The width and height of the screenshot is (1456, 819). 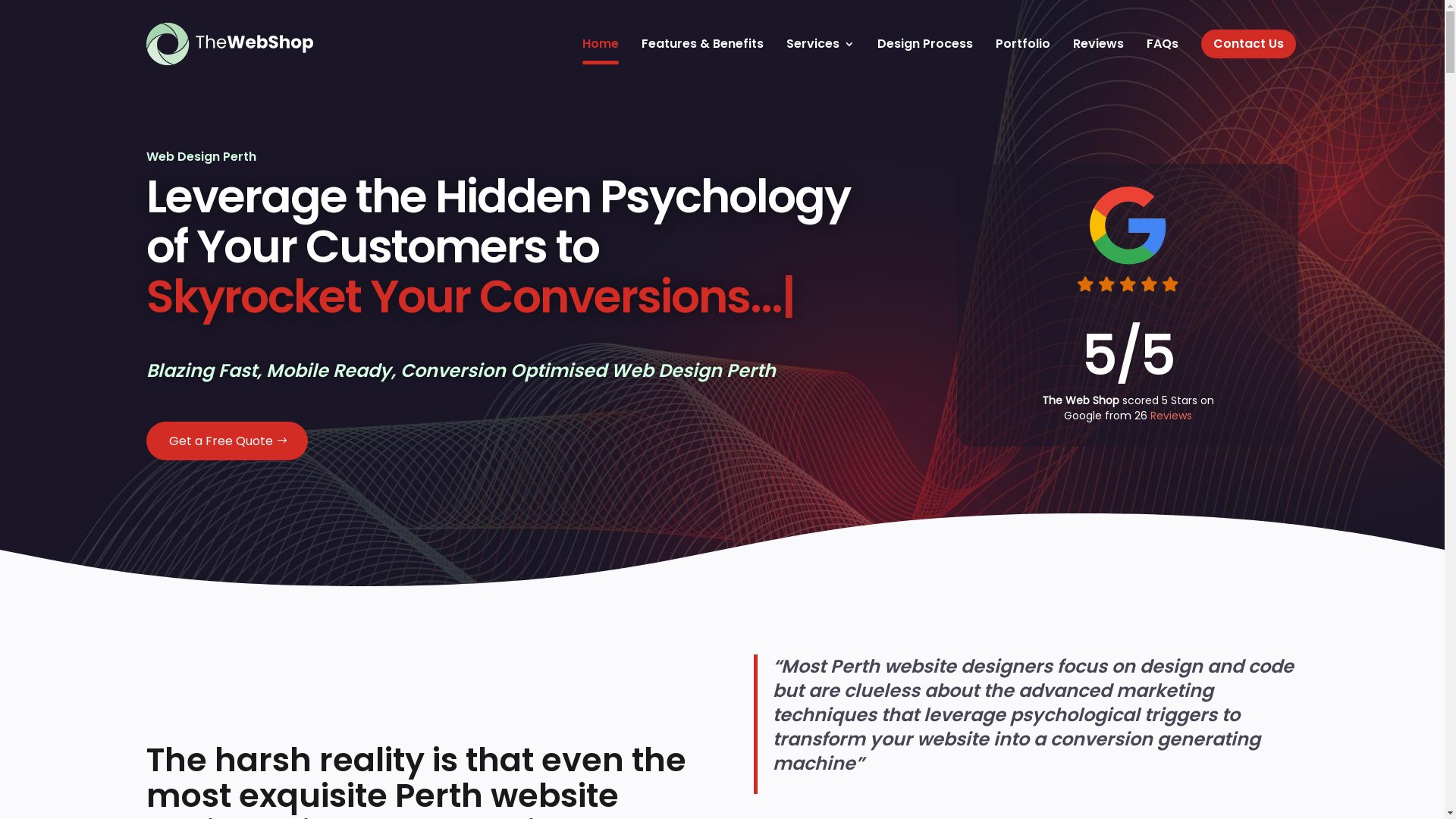 I want to click on 'FAQs', so click(x=1161, y=42).